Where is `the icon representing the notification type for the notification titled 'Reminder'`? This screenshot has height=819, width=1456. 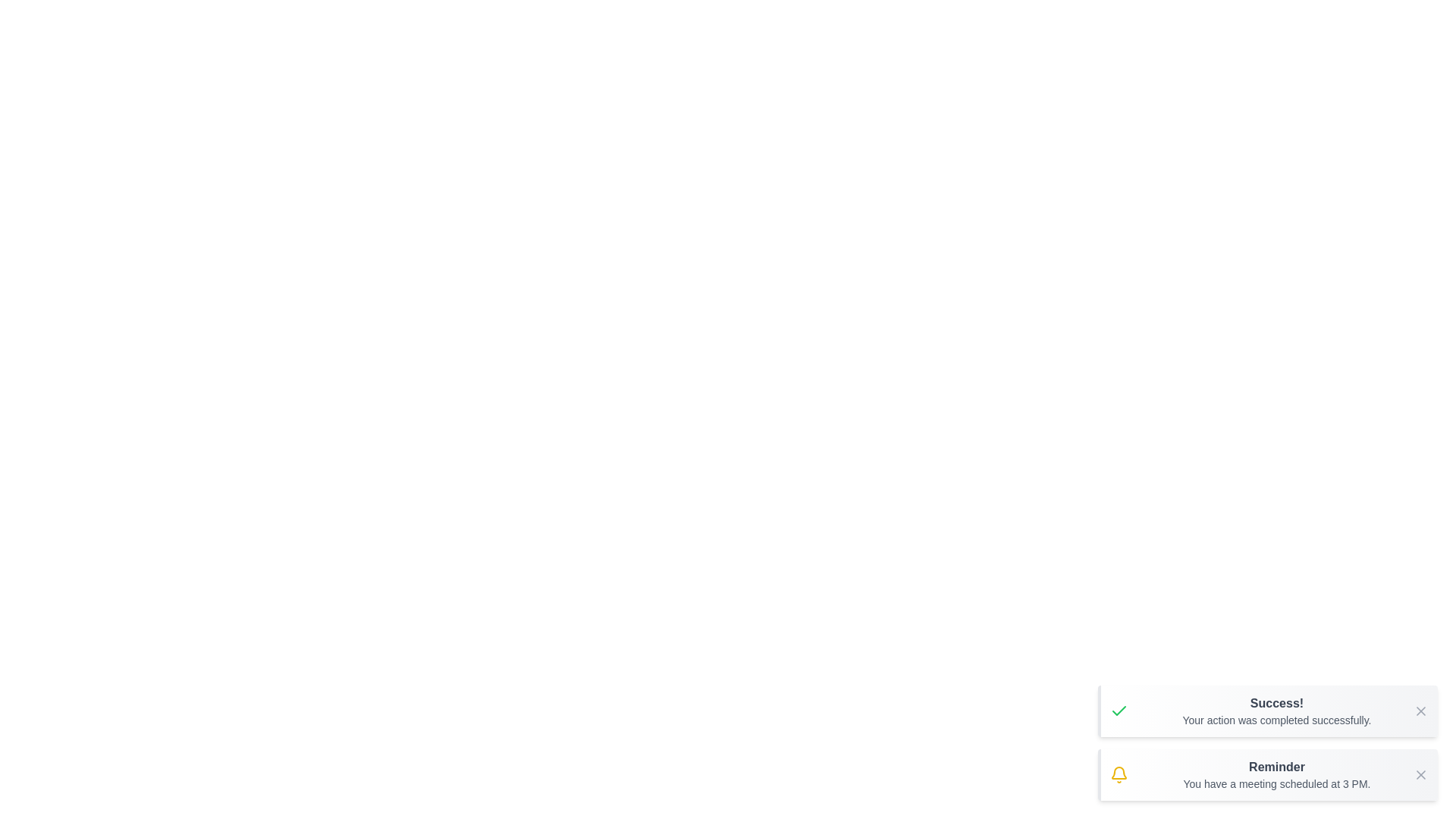
the icon representing the notification type for the notification titled 'Reminder' is located at coordinates (1119, 775).